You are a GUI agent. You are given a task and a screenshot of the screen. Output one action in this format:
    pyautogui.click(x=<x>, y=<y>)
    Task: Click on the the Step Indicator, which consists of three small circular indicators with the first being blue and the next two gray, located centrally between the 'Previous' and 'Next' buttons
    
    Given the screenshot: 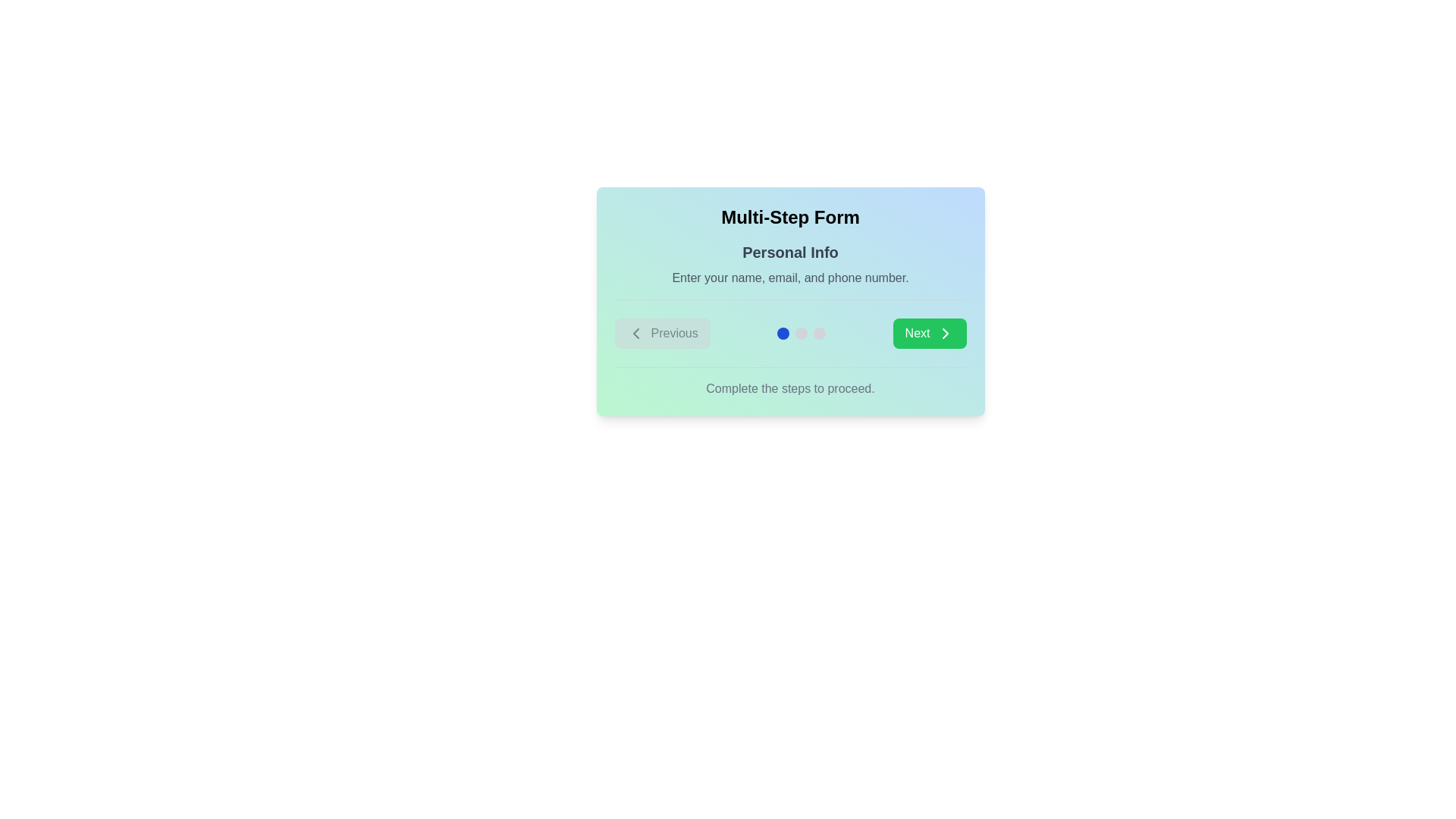 What is the action you would take?
    pyautogui.click(x=801, y=332)
    